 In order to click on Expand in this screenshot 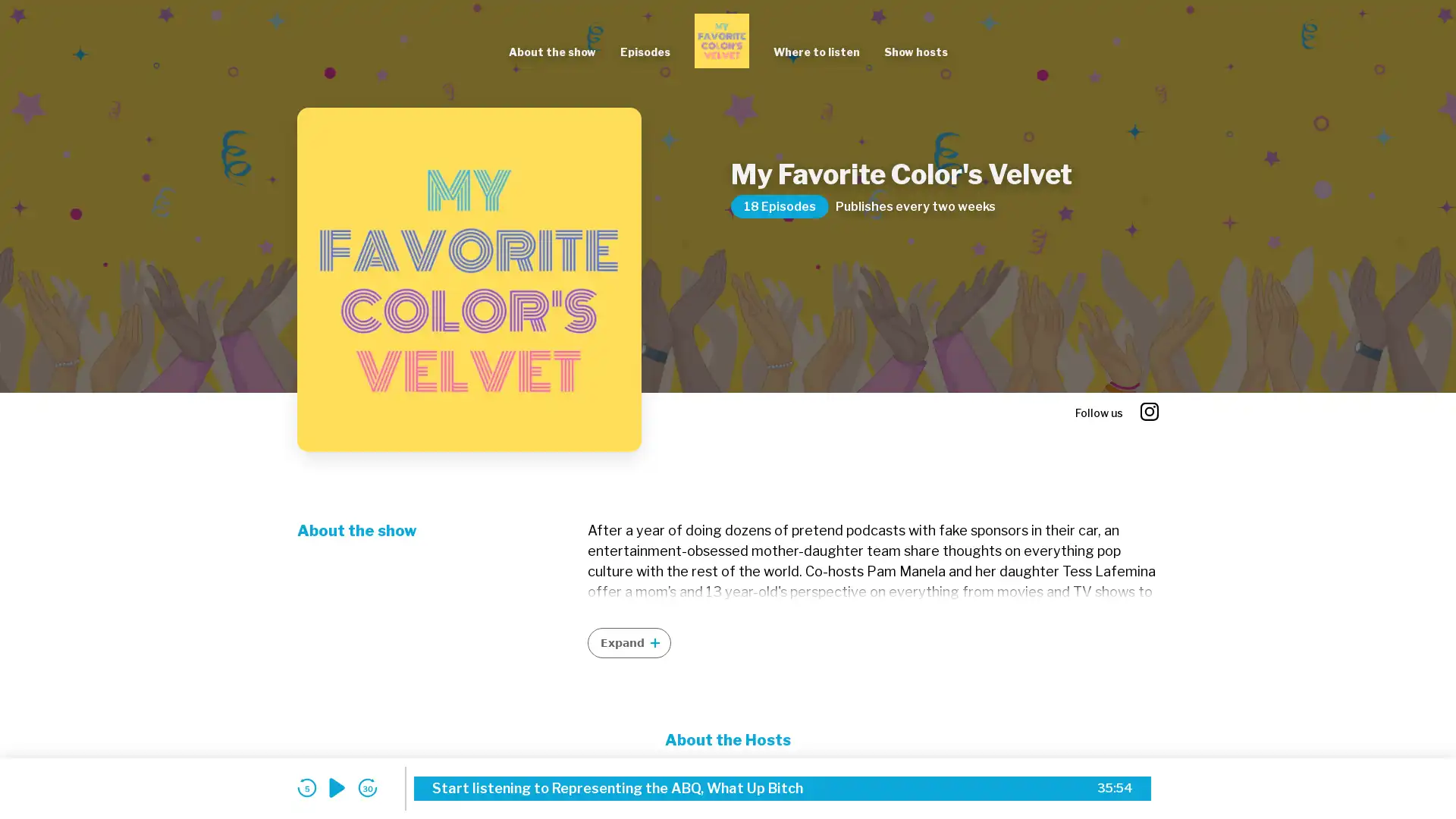, I will do `click(629, 643)`.